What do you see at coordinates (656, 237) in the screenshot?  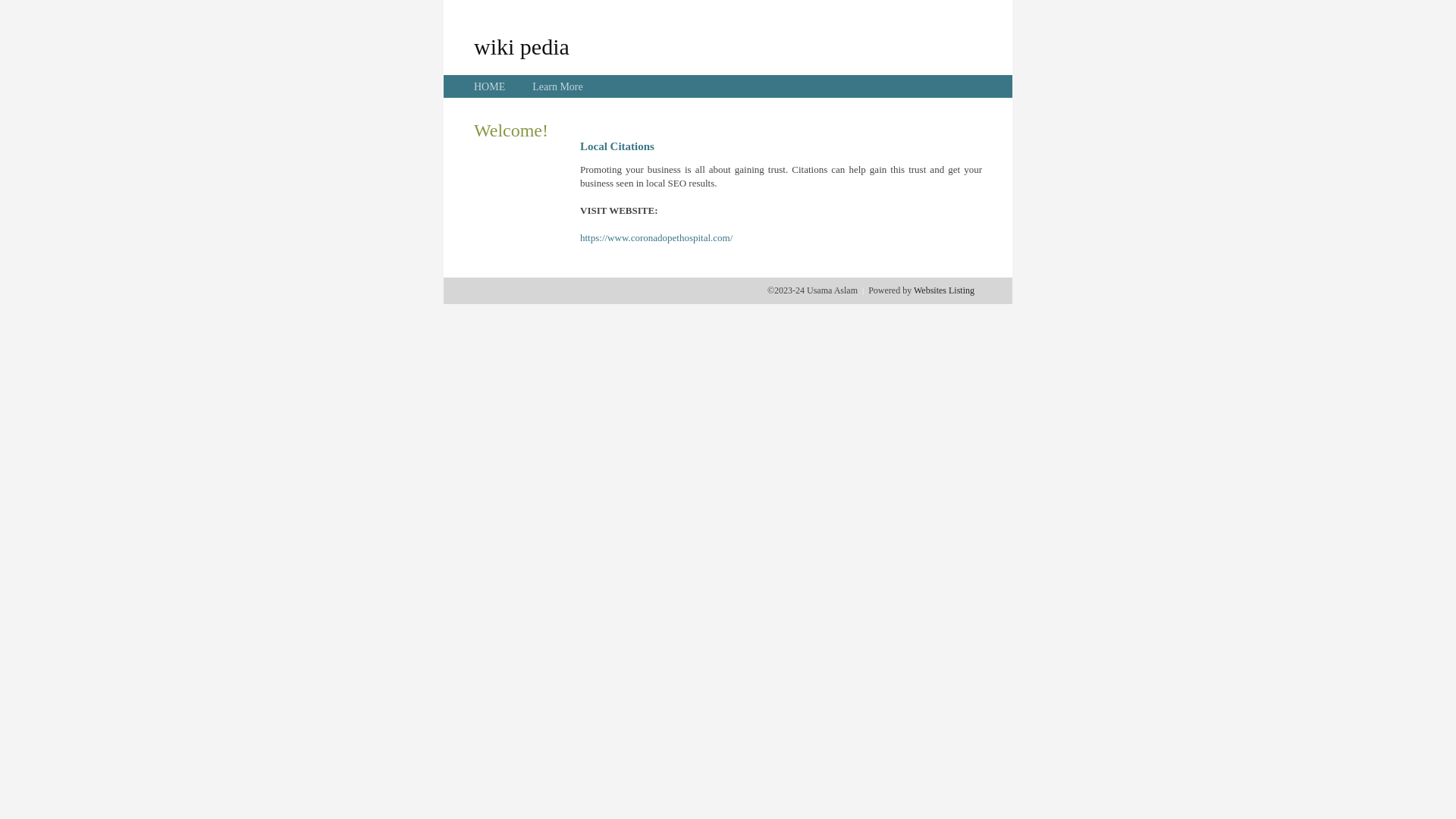 I see `'https://www.coronadopethospital.com/'` at bounding box center [656, 237].